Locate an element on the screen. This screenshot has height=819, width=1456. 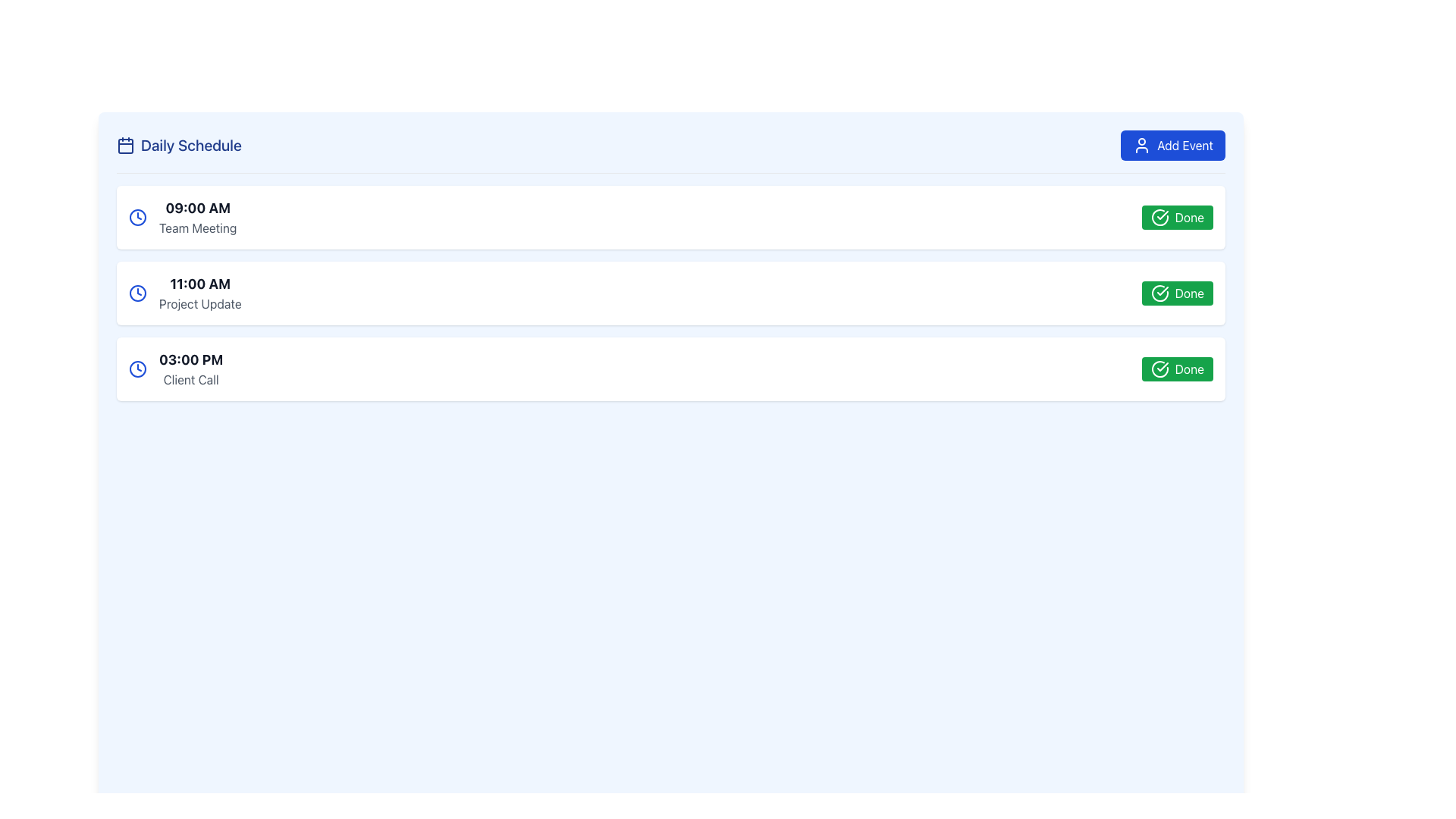
the List Item Entry containing the bold primary text '09:00 AM' and the secondary text 'Team Meeting' is located at coordinates (182, 217).